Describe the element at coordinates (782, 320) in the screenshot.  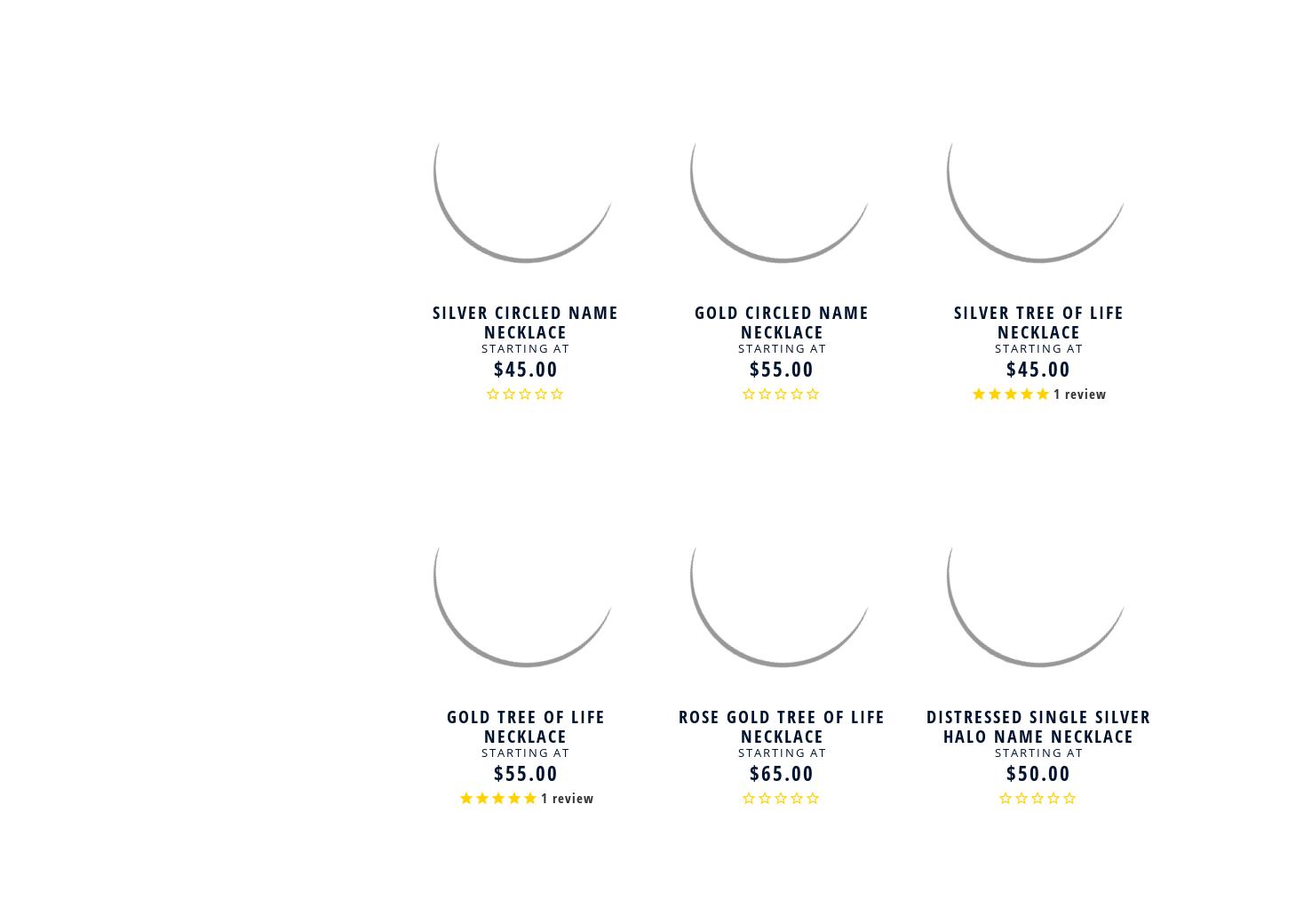
I see `'Gold Circled Name Necklace'` at that location.